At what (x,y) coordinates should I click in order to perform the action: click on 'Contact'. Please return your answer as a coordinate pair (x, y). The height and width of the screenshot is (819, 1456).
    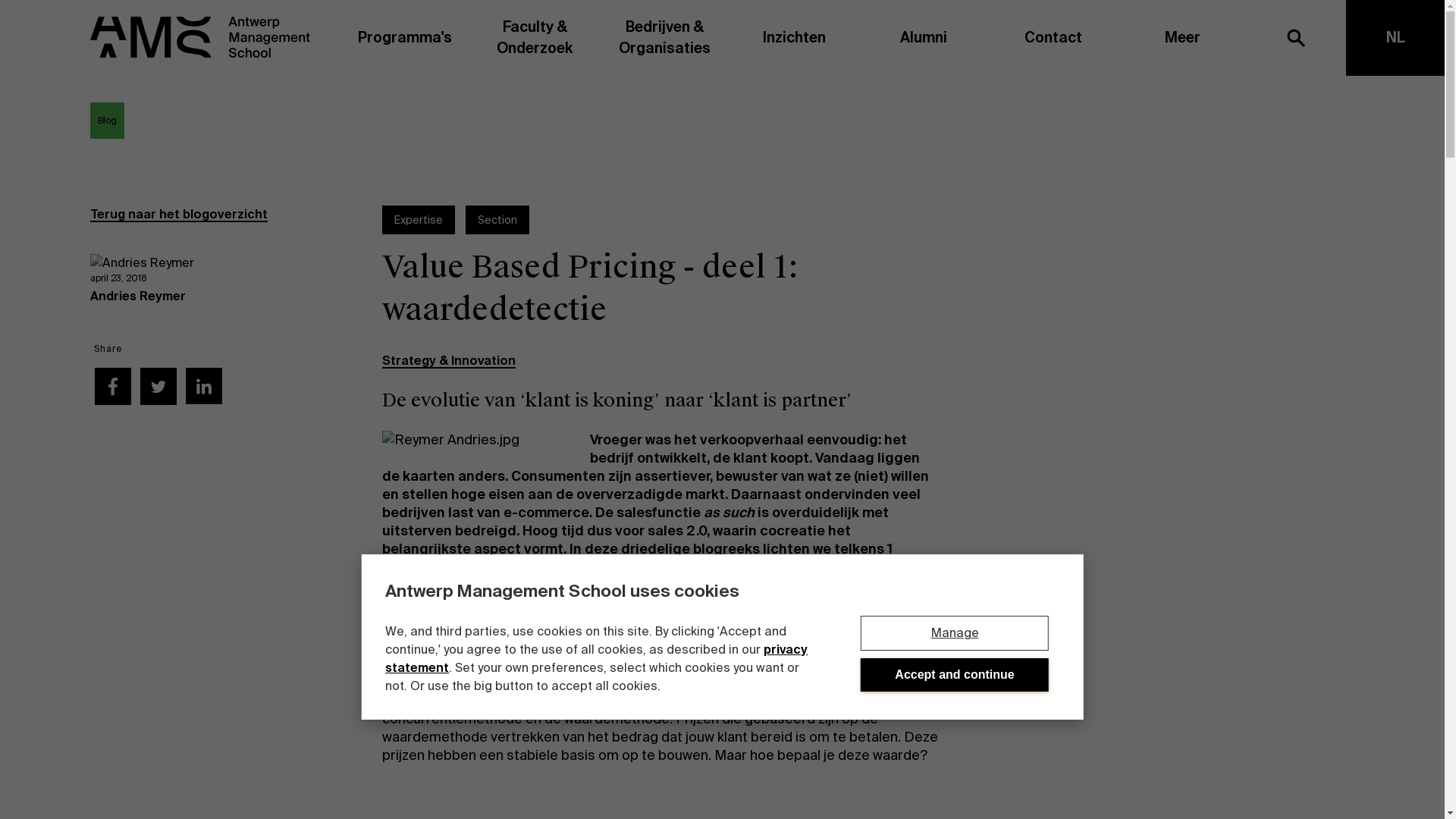
    Looking at the image, I should click on (1052, 37).